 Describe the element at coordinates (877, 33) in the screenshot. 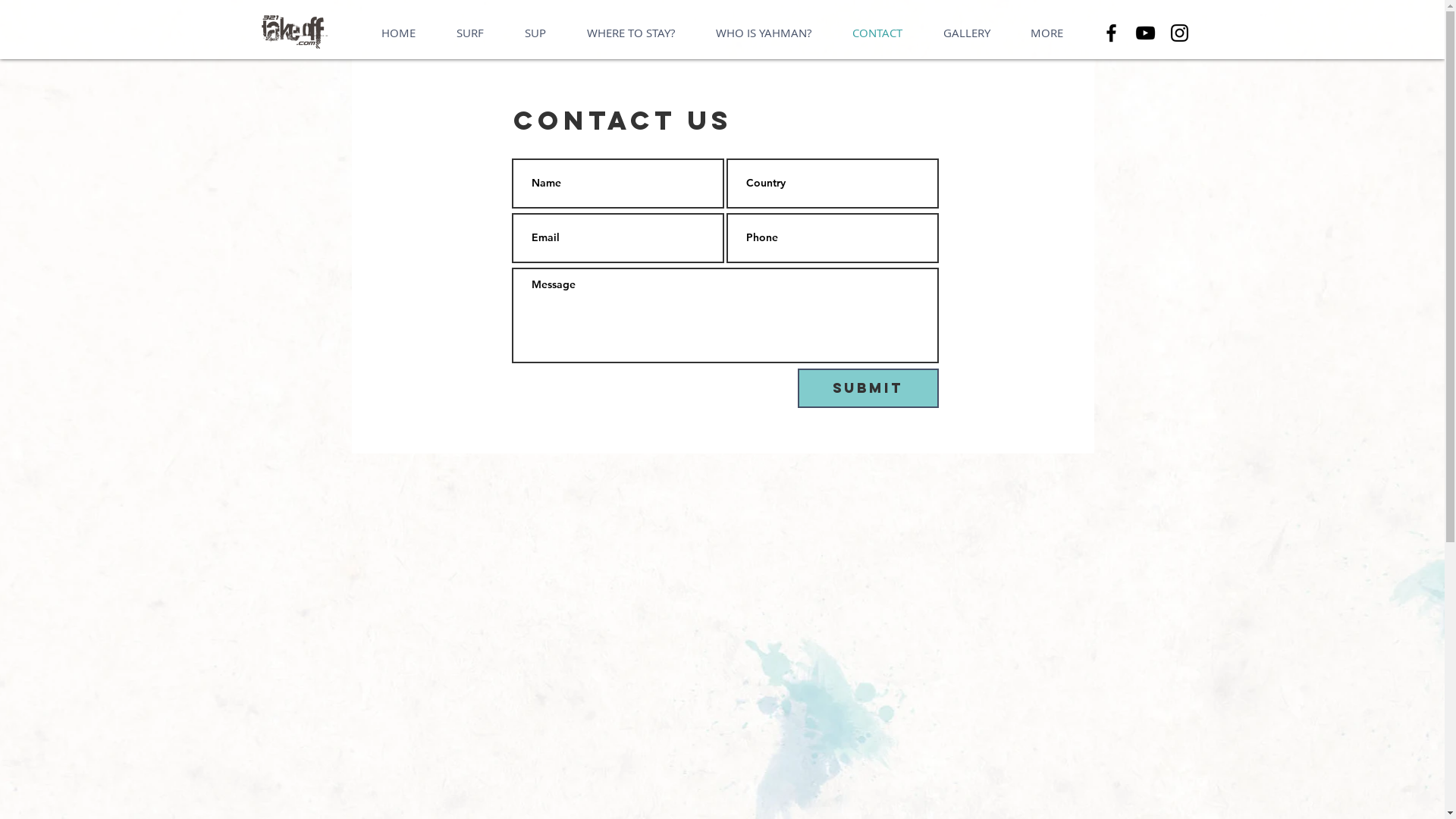

I see `'CONTACT'` at that location.